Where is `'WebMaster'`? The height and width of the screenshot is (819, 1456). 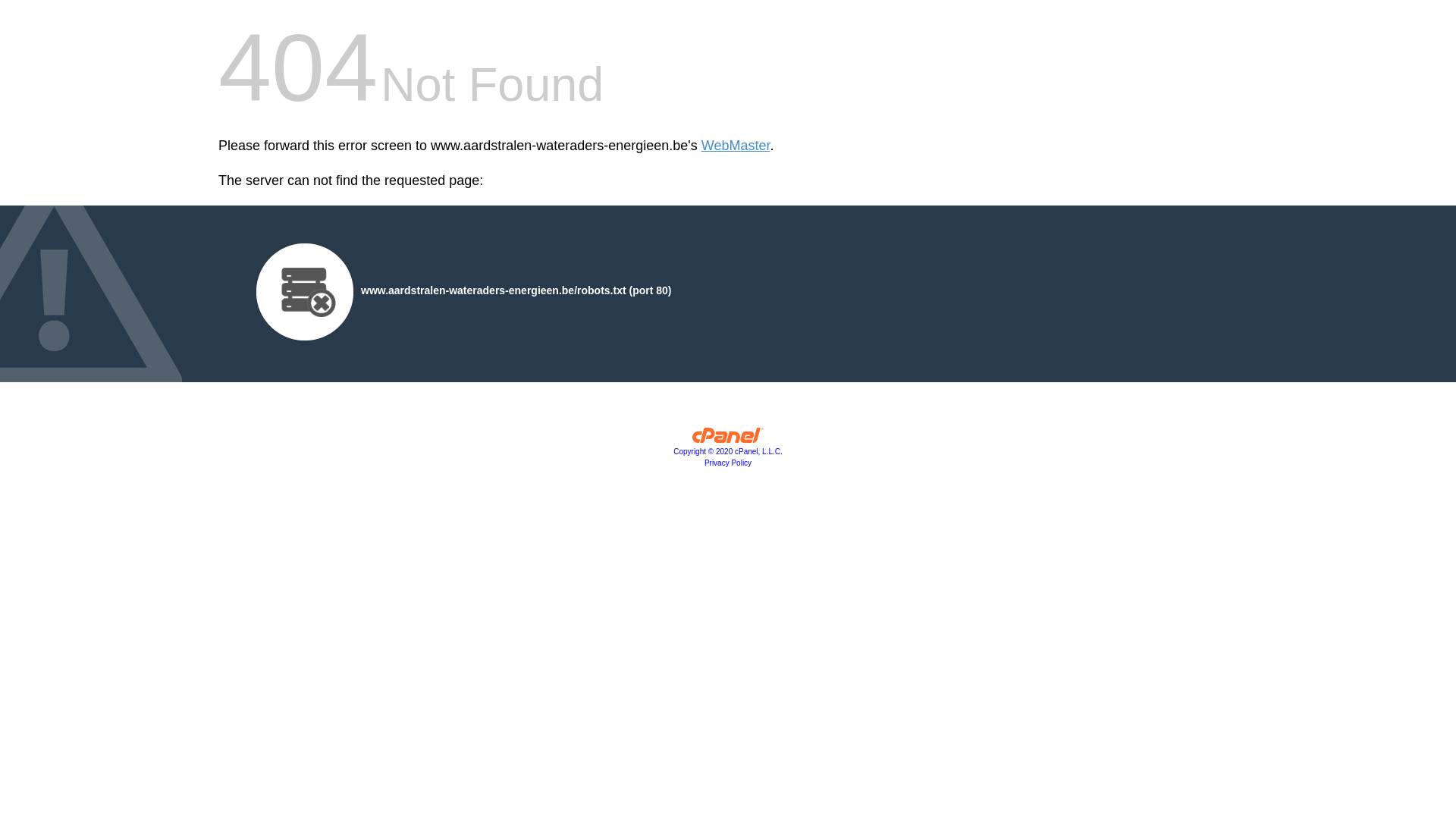 'WebMaster' is located at coordinates (701, 146).